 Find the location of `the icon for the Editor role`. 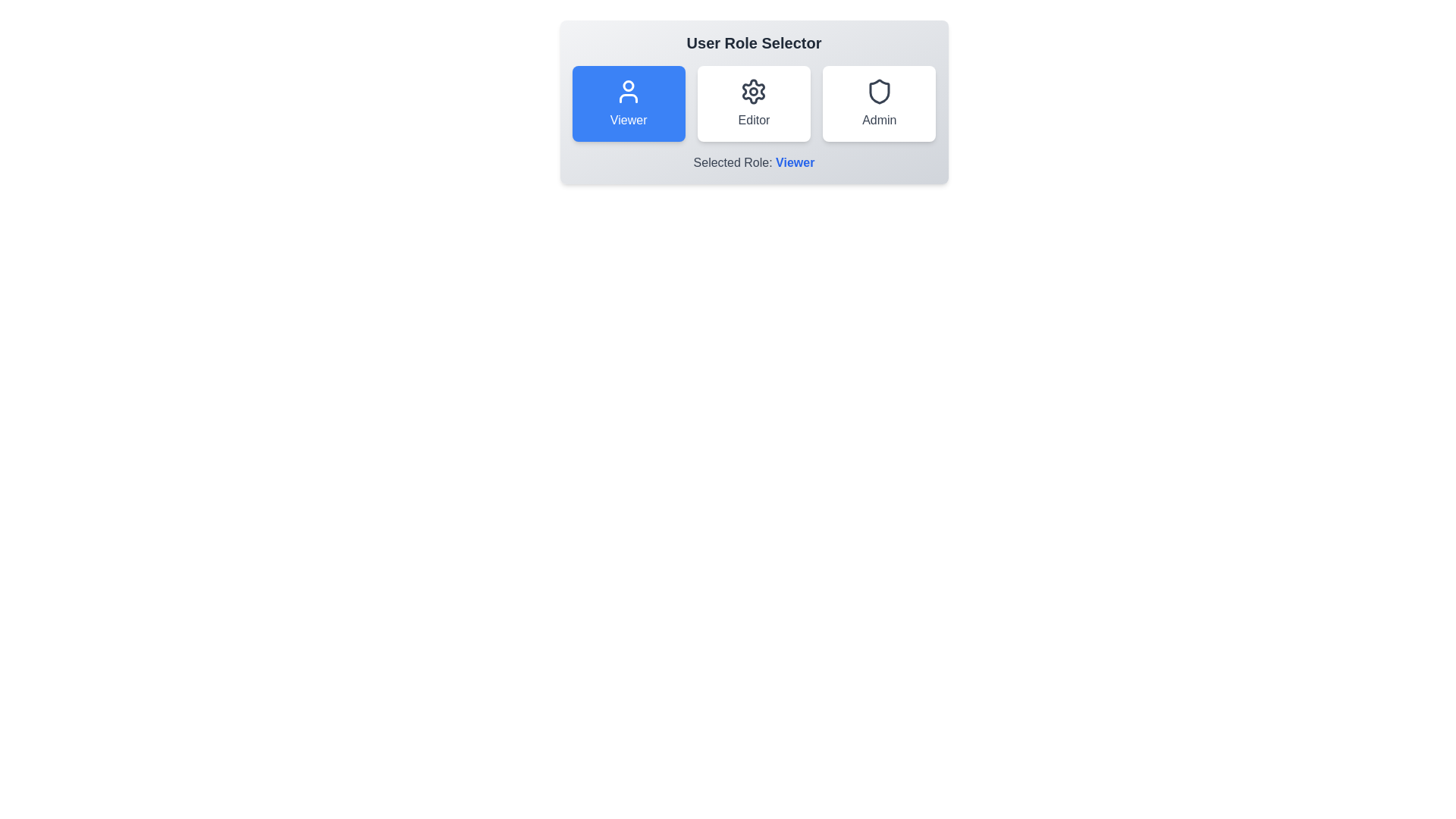

the icon for the Editor role is located at coordinates (753, 91).